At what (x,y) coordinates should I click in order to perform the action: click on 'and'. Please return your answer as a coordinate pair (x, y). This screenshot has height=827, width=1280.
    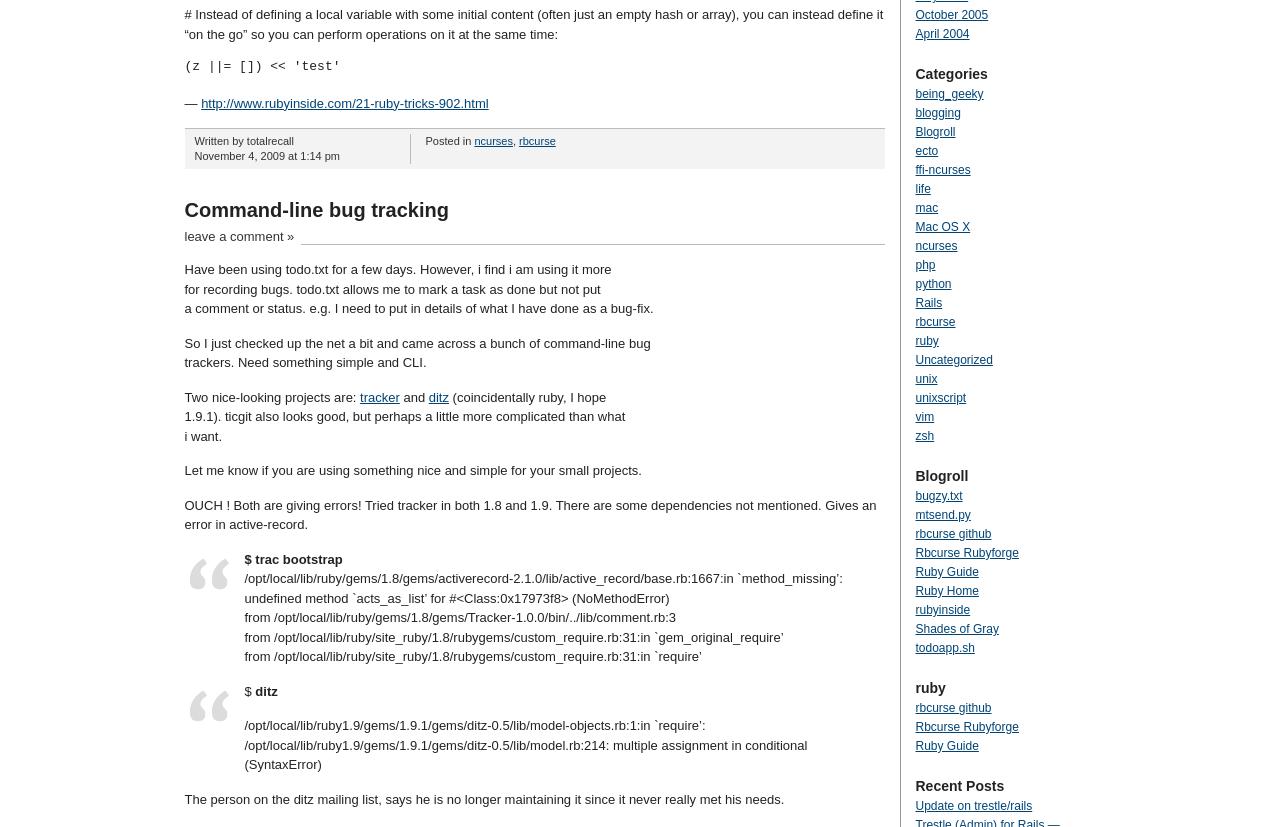
    Looking at the image, I should click on (398, 396).